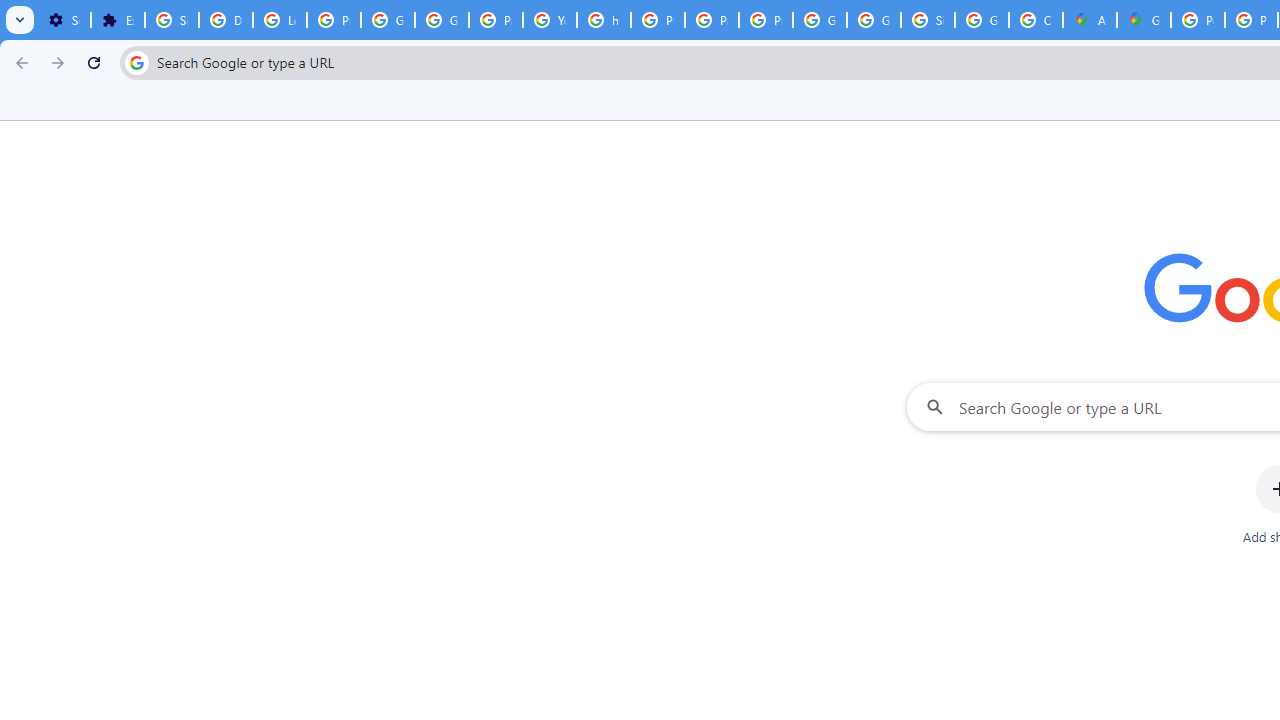 The height and width of the screenshot is (720, 1280). What do you see at coordinates (550, 20) in the screenshot?
I see `'YouTube'` at bounding box center [550, 20].